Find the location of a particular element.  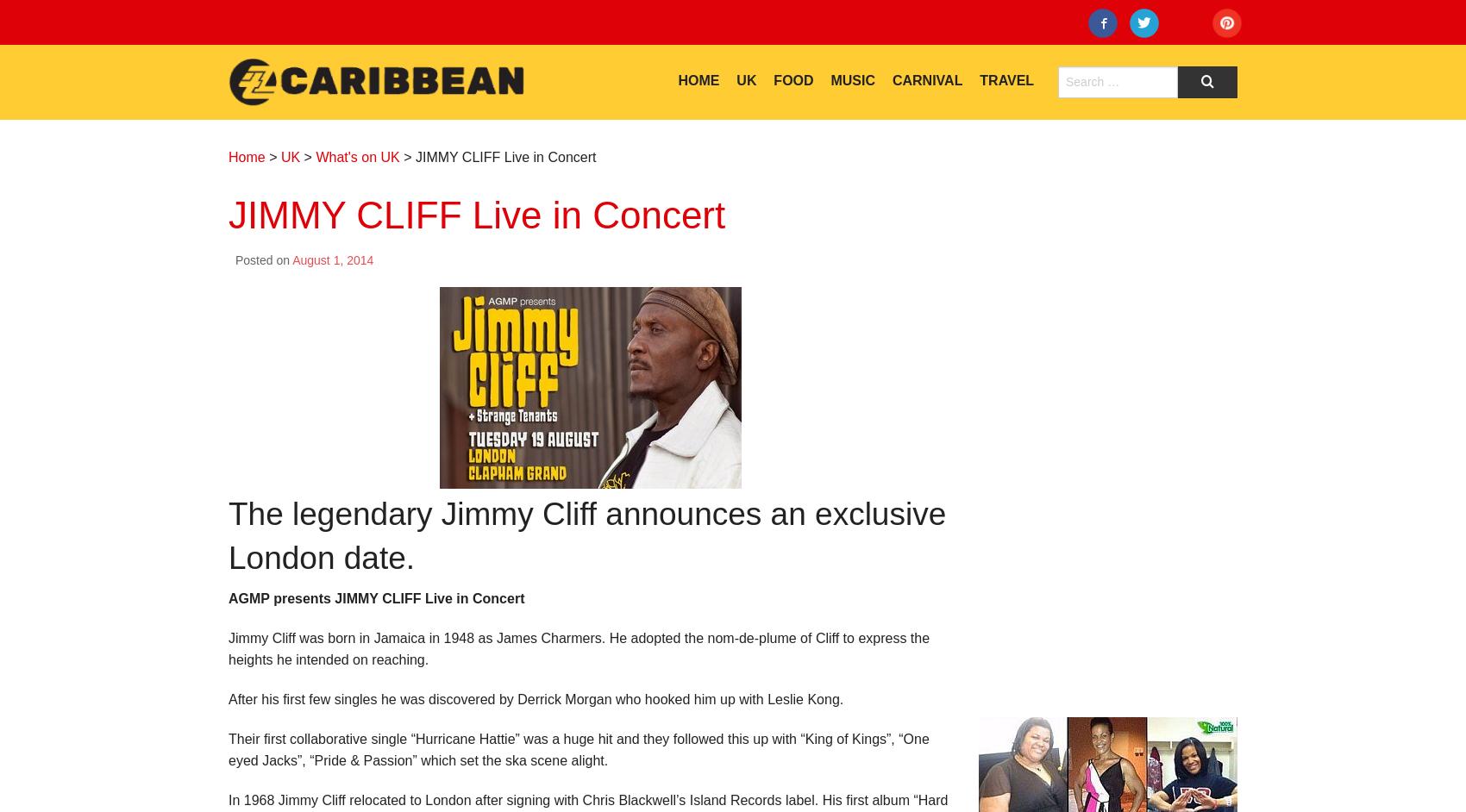

'Posted on' is located at coordinates (264, 260).